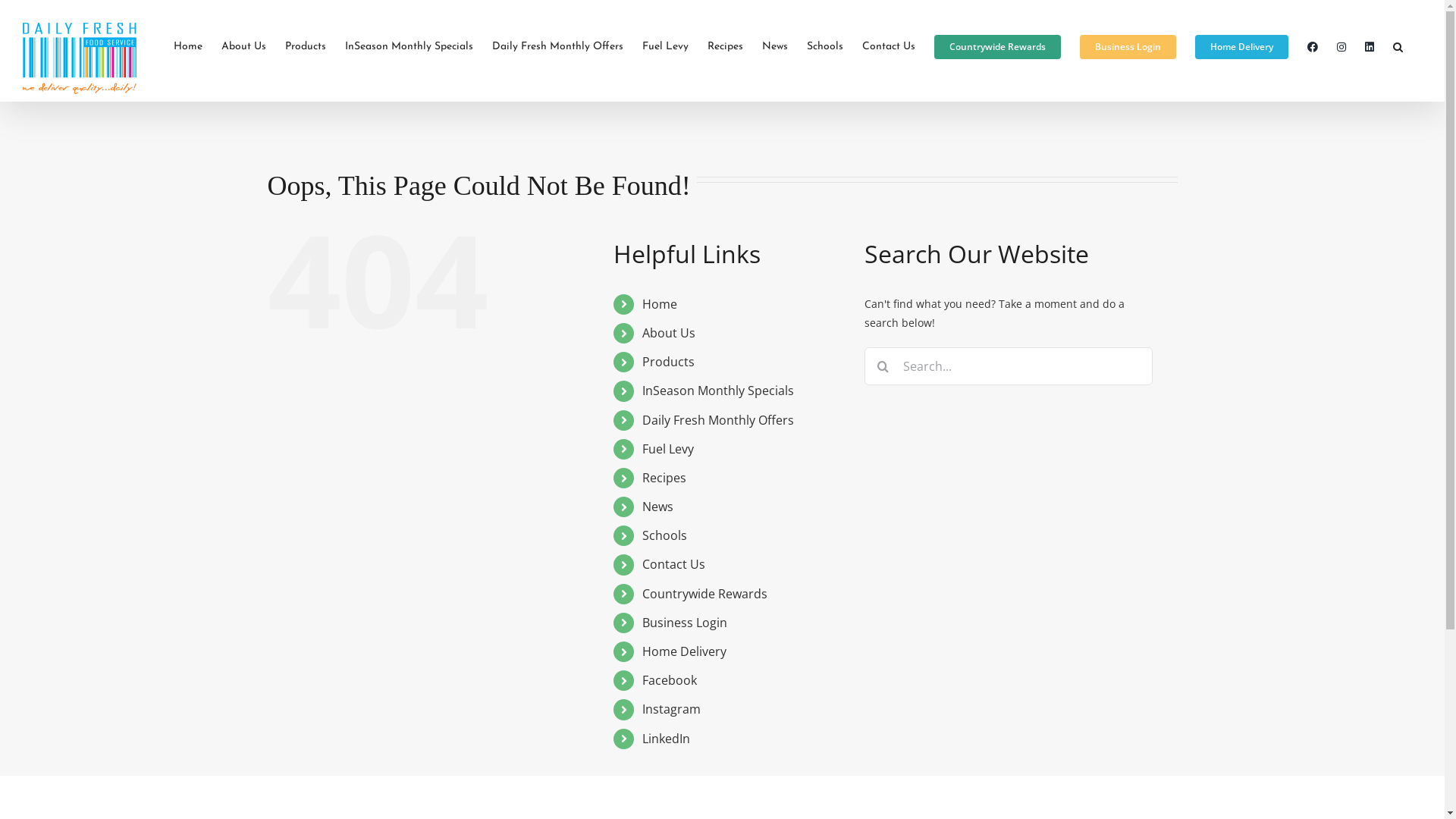  I want to click on 'Daily Fresh Monthly Offers', so click(557, 45).